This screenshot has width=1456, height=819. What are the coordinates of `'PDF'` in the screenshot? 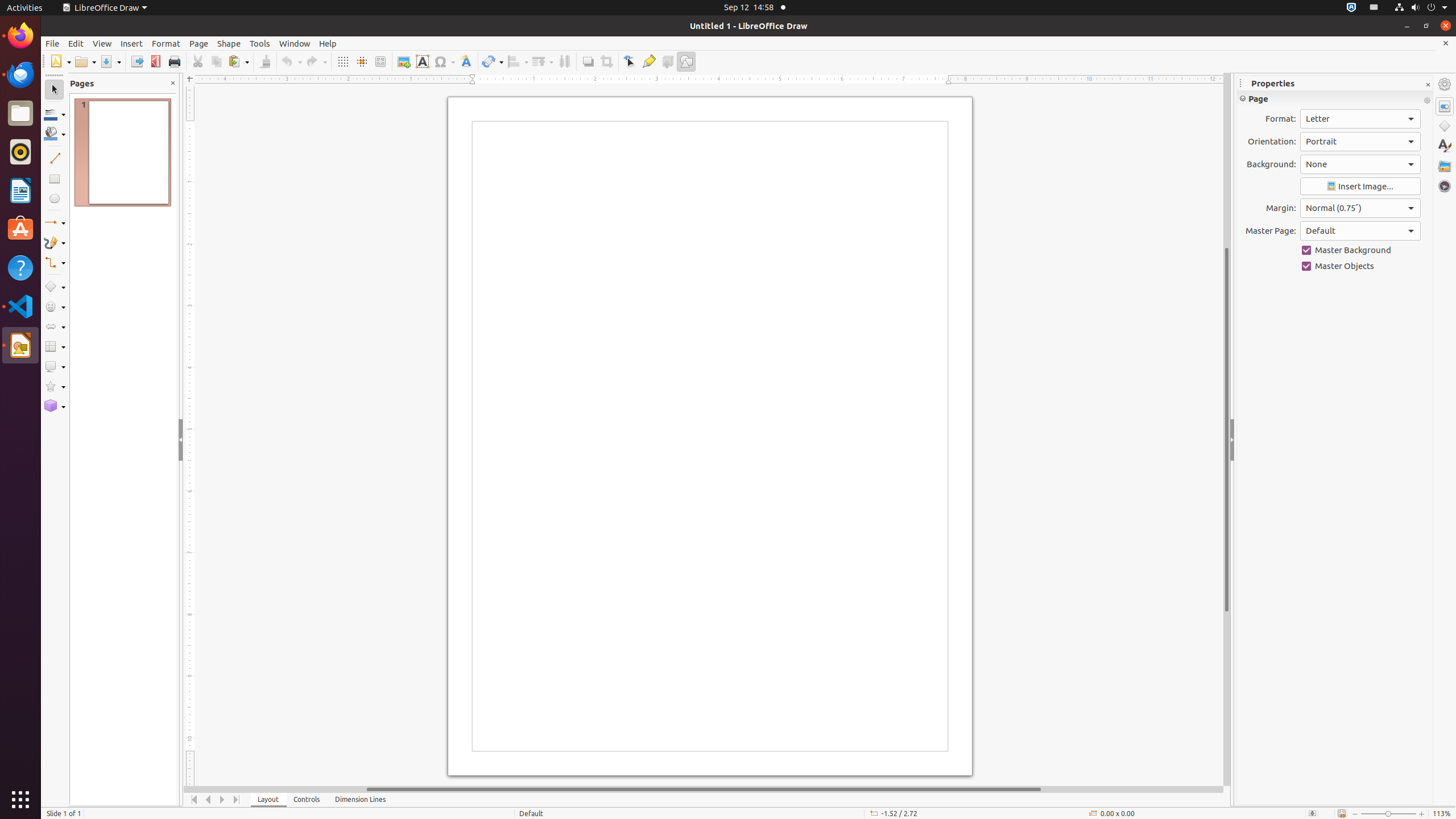 It's located at (155, 61).